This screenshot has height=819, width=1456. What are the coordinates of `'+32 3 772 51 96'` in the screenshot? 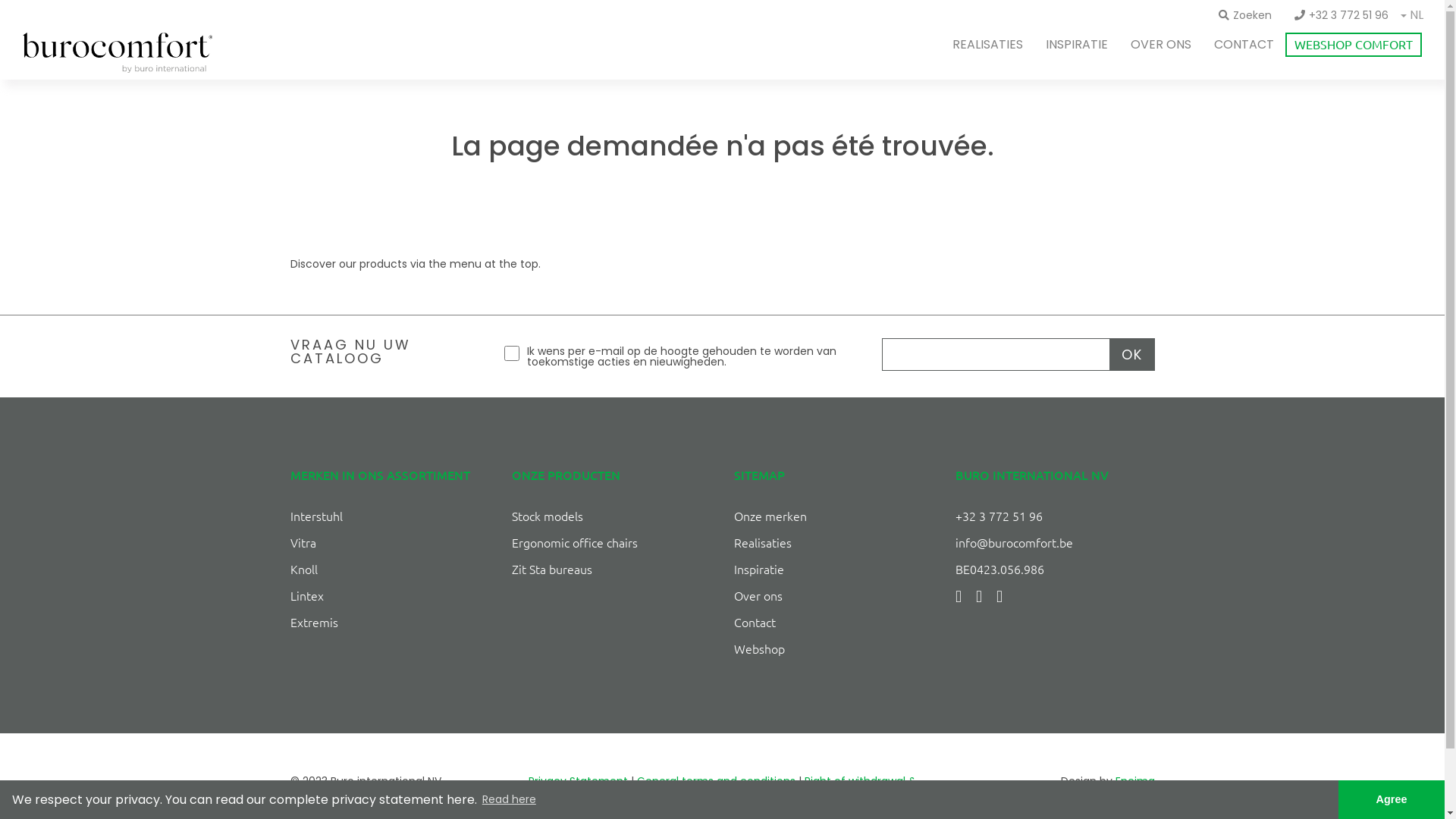 It's located at (1341, 14).